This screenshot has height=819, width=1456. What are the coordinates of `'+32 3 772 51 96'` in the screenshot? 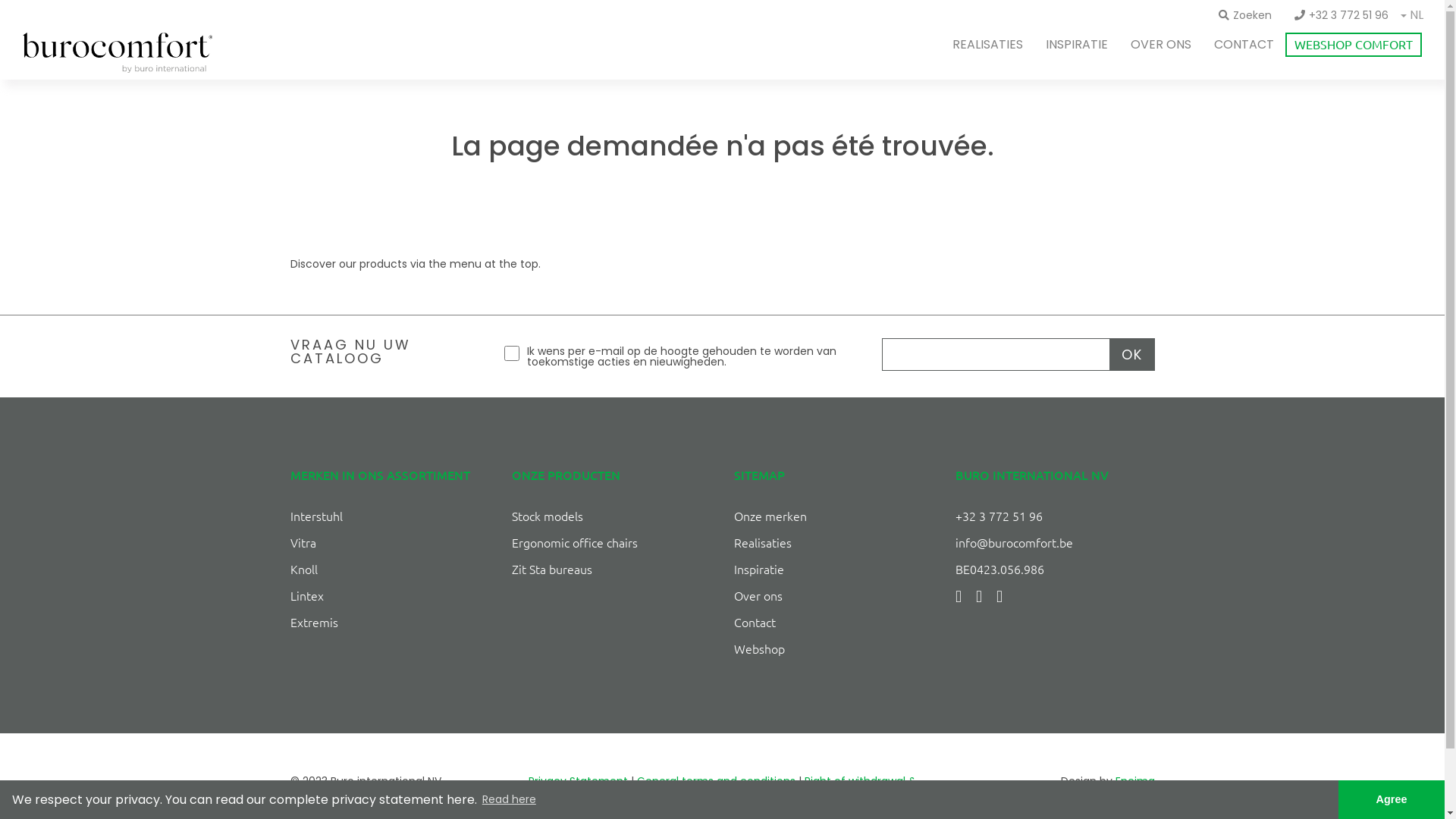 It's located at (1341, 14).